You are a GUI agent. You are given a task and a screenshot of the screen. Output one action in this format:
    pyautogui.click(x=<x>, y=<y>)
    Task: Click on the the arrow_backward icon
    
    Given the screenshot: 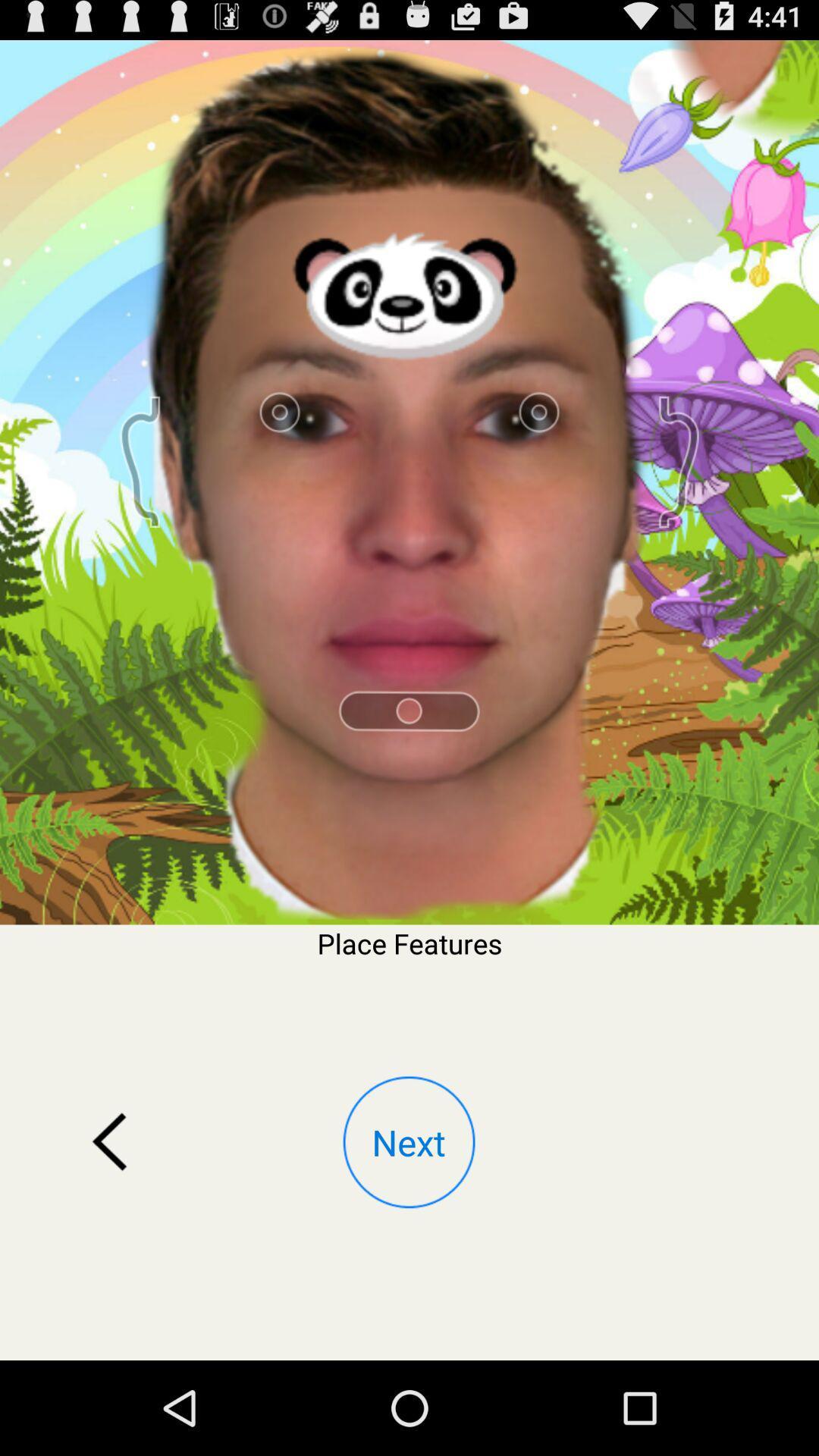 What is the action you would take?
    pyautogui.click(x=109, y=1222)
    